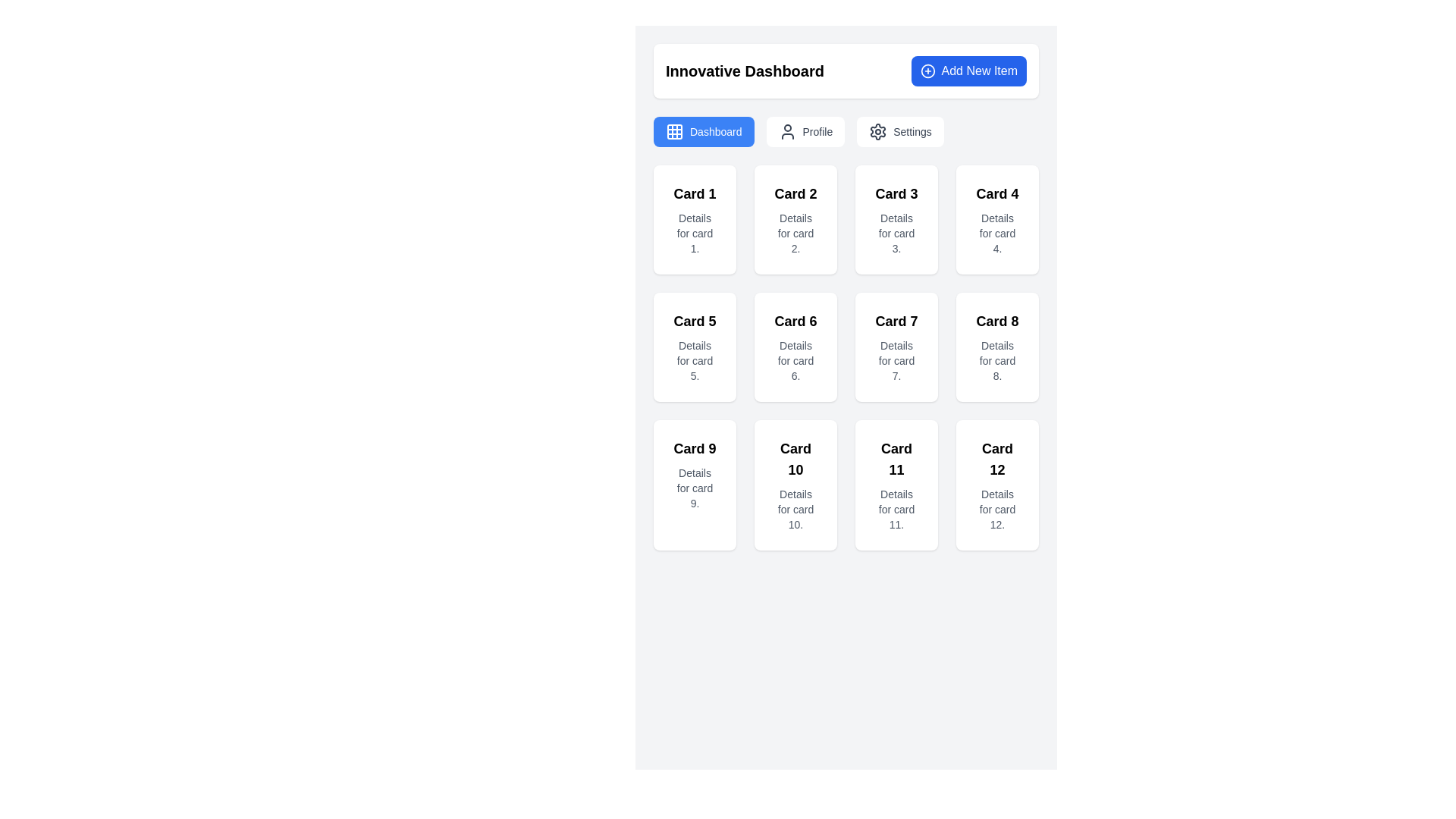  Describe the element at coordinates (694, 447) in the screenshot. I see `the static text element that serves as the title for 'Card 9', located in the second row and first column of the cards grid` at that location.